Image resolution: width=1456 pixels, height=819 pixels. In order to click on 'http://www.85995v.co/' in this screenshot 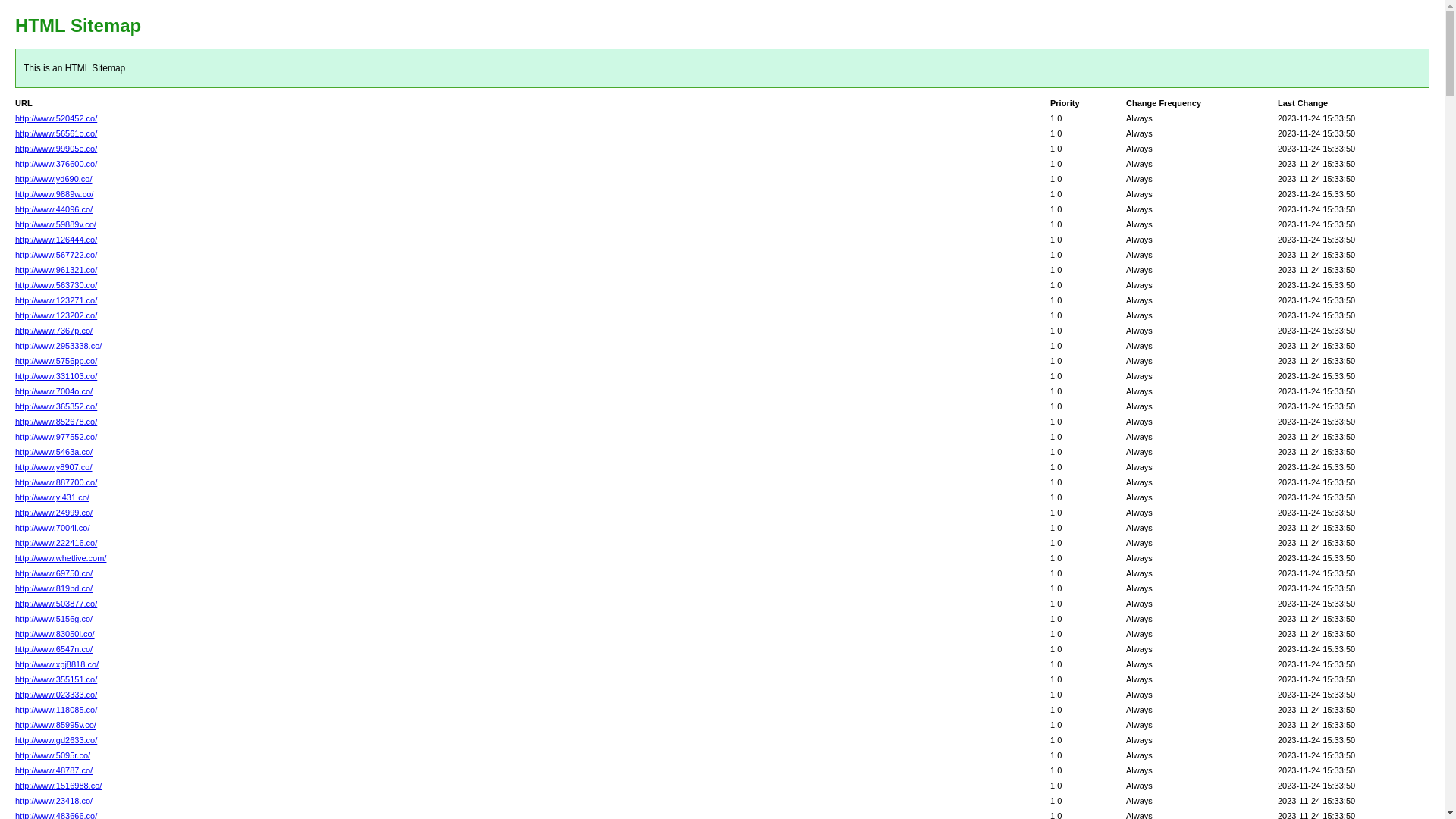, I will do `click(55, 724)`.